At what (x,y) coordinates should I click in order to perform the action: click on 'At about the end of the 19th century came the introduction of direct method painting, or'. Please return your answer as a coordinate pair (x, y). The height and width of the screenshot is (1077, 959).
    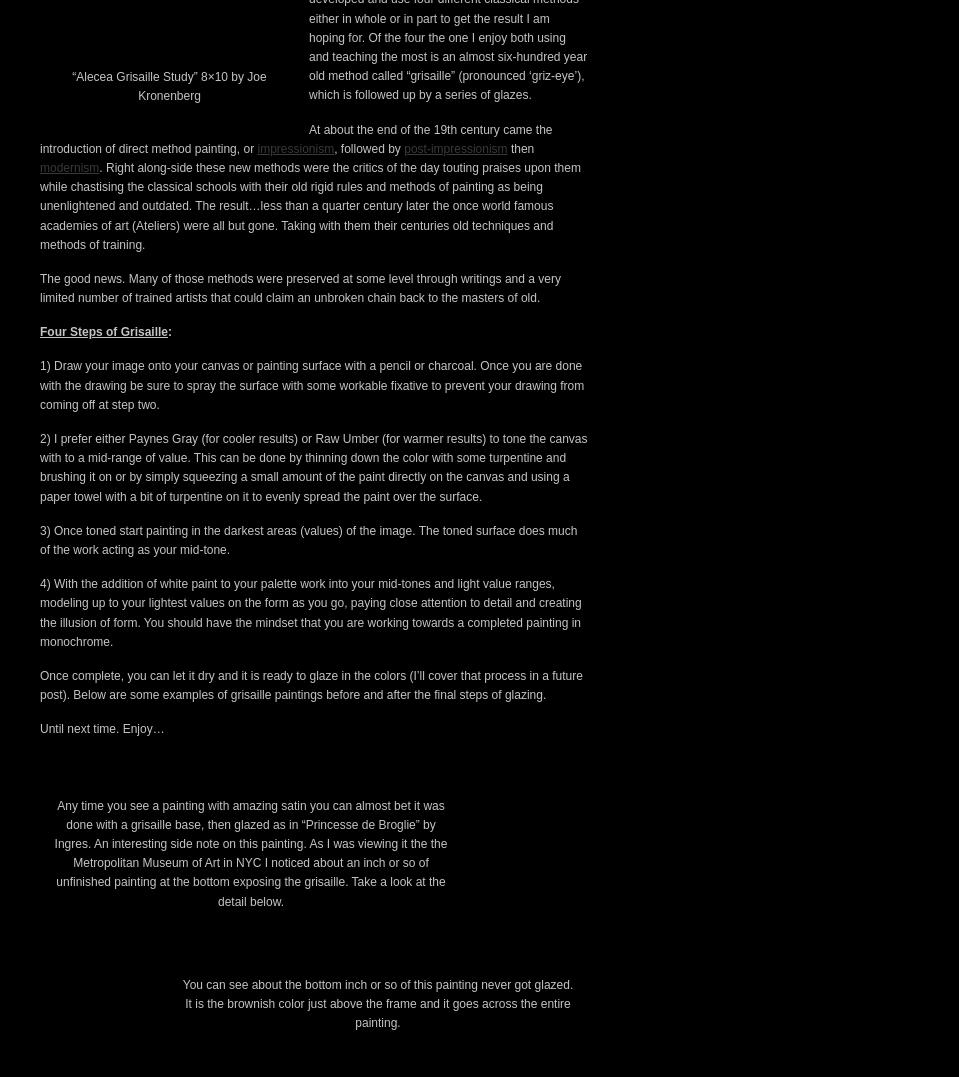
    Looking at the image, I should click on (295, 480).